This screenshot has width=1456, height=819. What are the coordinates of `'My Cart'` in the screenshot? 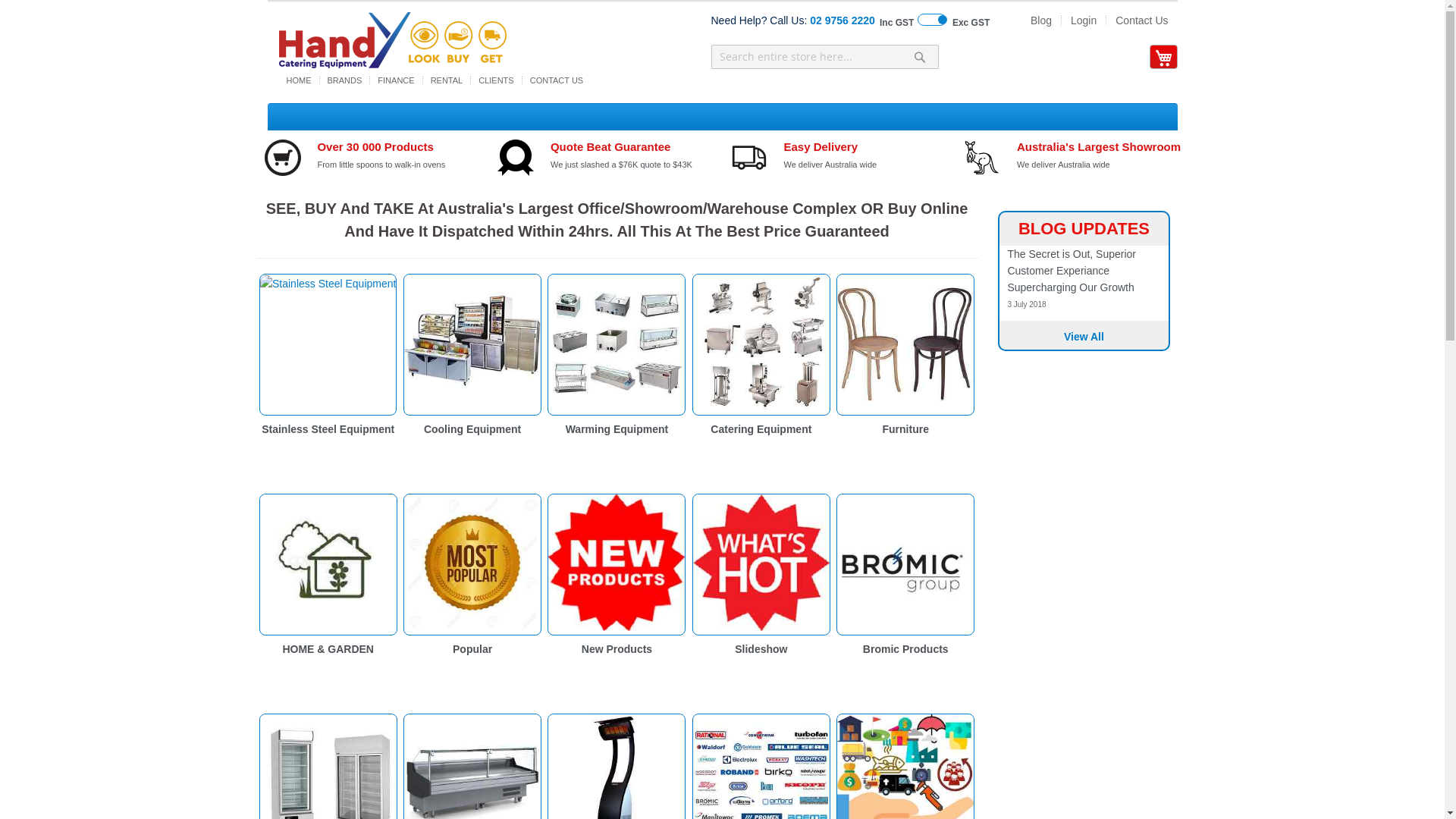 It's located at (1162, 57).